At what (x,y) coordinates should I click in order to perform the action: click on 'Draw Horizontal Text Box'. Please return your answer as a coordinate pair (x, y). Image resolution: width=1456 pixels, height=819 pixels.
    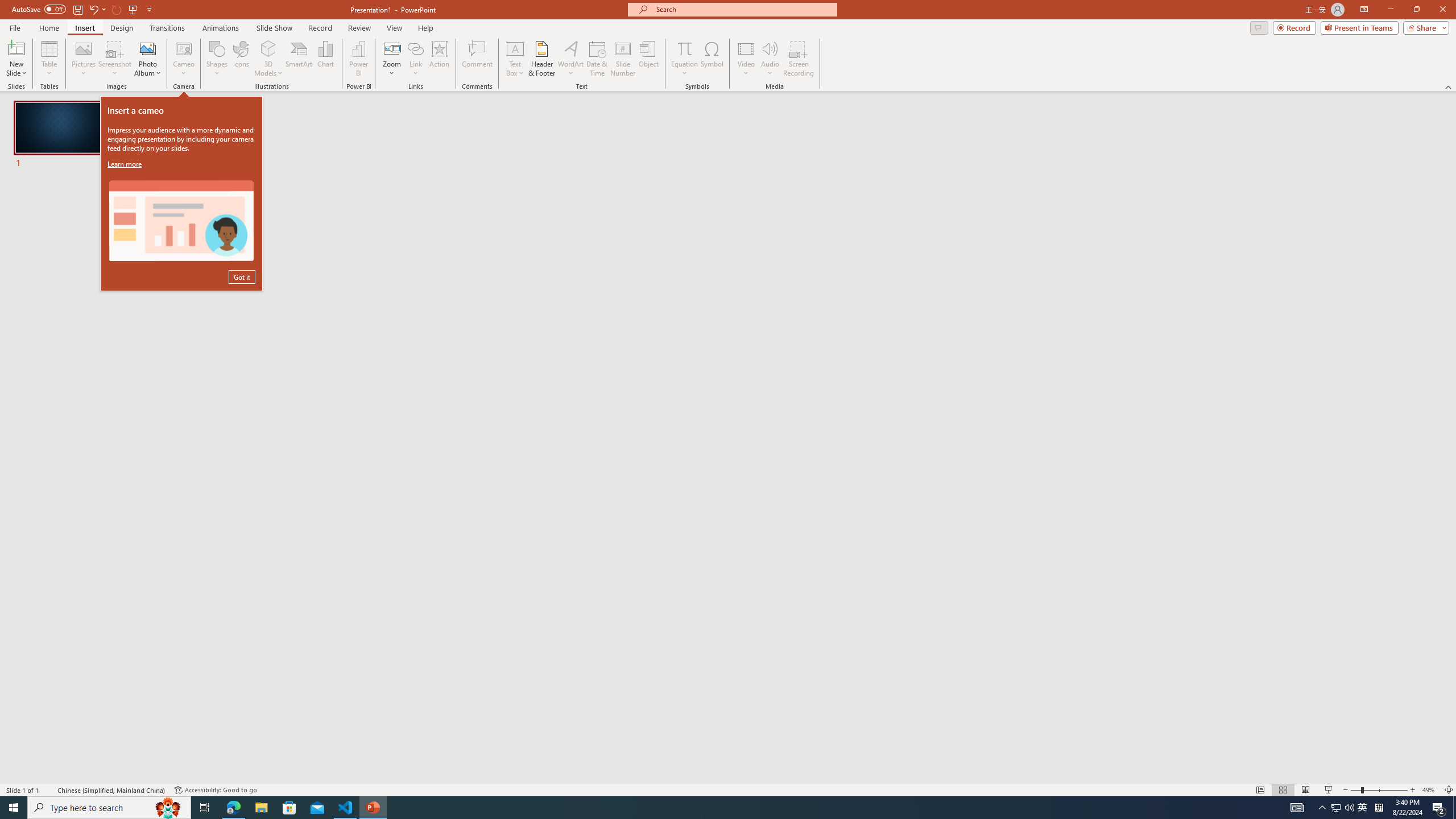
    Looking at the image, I should click on (515, 48).